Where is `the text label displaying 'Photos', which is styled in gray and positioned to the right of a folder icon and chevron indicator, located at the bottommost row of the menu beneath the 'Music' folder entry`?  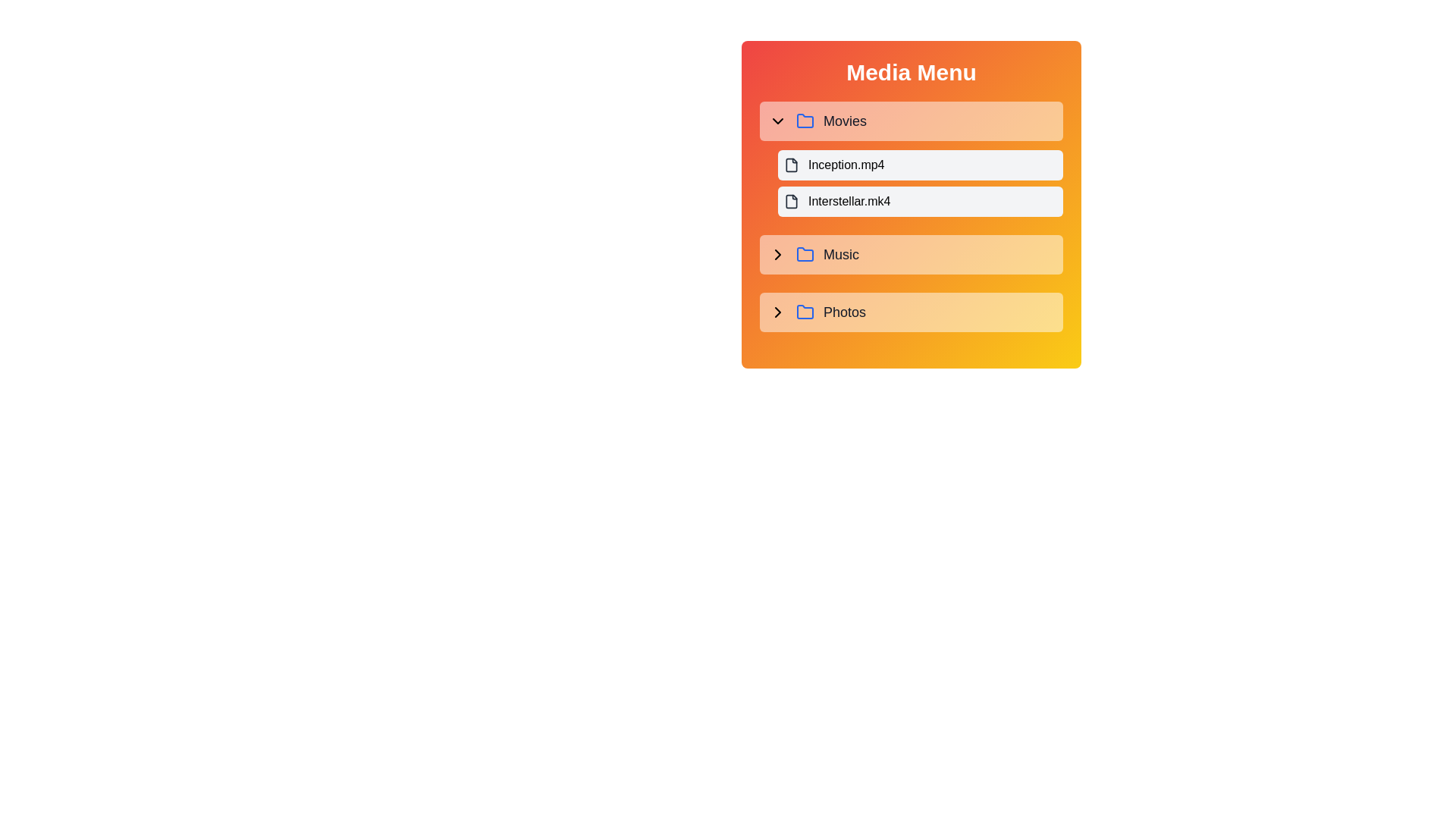
the text label displaying 'Photos', which is styled in gray and positioned to the right of a folder icon and chevron indicator, located at the bottommost row of the menu beneath the 'Music' folder entry is located at coordinates (843, 312).